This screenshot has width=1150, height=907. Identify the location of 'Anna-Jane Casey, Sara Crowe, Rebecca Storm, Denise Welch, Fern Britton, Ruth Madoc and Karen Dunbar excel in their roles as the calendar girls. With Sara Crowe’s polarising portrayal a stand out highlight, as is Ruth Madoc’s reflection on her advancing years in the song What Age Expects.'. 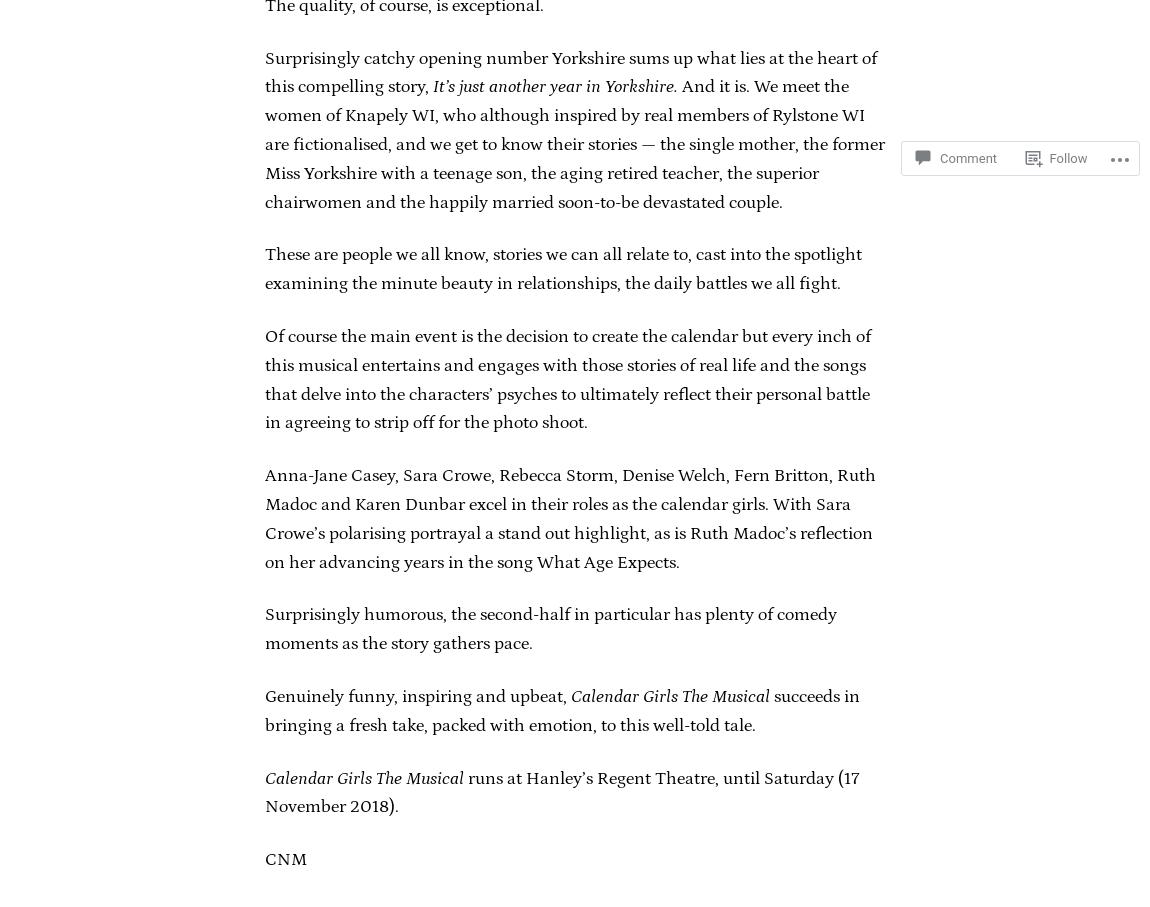
(570, 517).